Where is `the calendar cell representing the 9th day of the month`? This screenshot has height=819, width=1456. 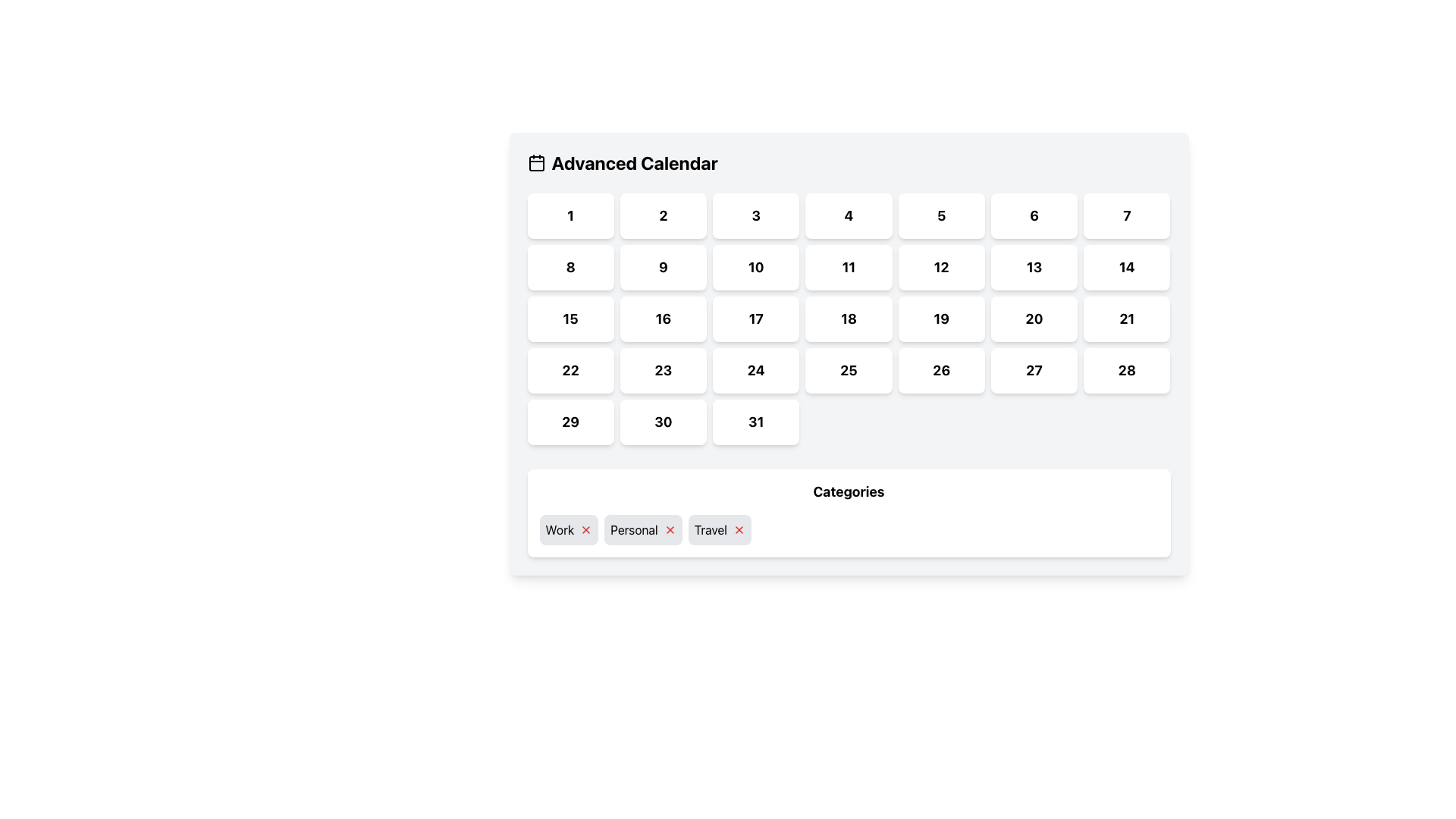 the calendar cell representing the 9th day of the month is located at coordinates (663, 267).